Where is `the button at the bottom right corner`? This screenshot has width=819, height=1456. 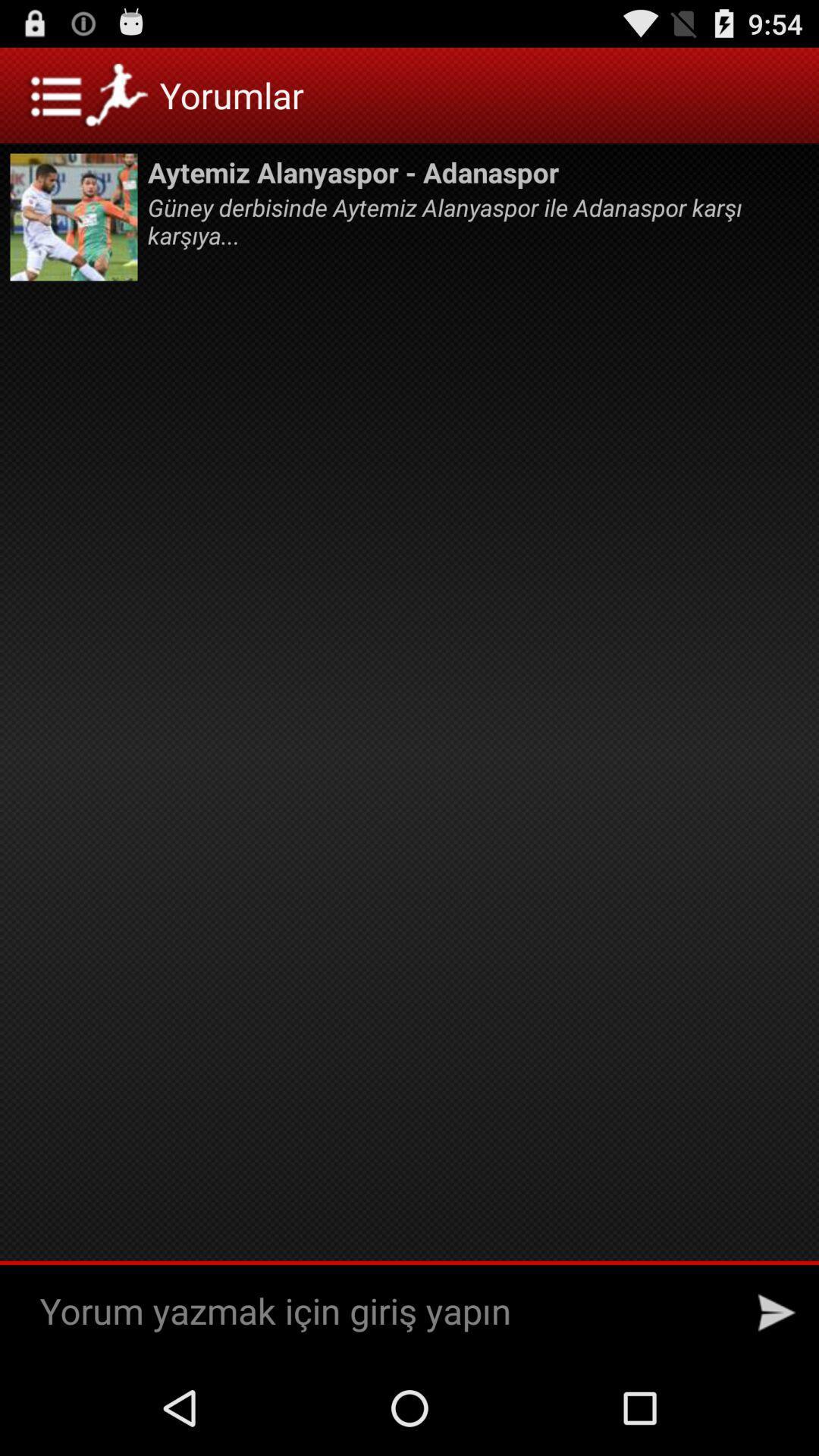
the button at the bottom right corner is located at coordinates (777, 1312).